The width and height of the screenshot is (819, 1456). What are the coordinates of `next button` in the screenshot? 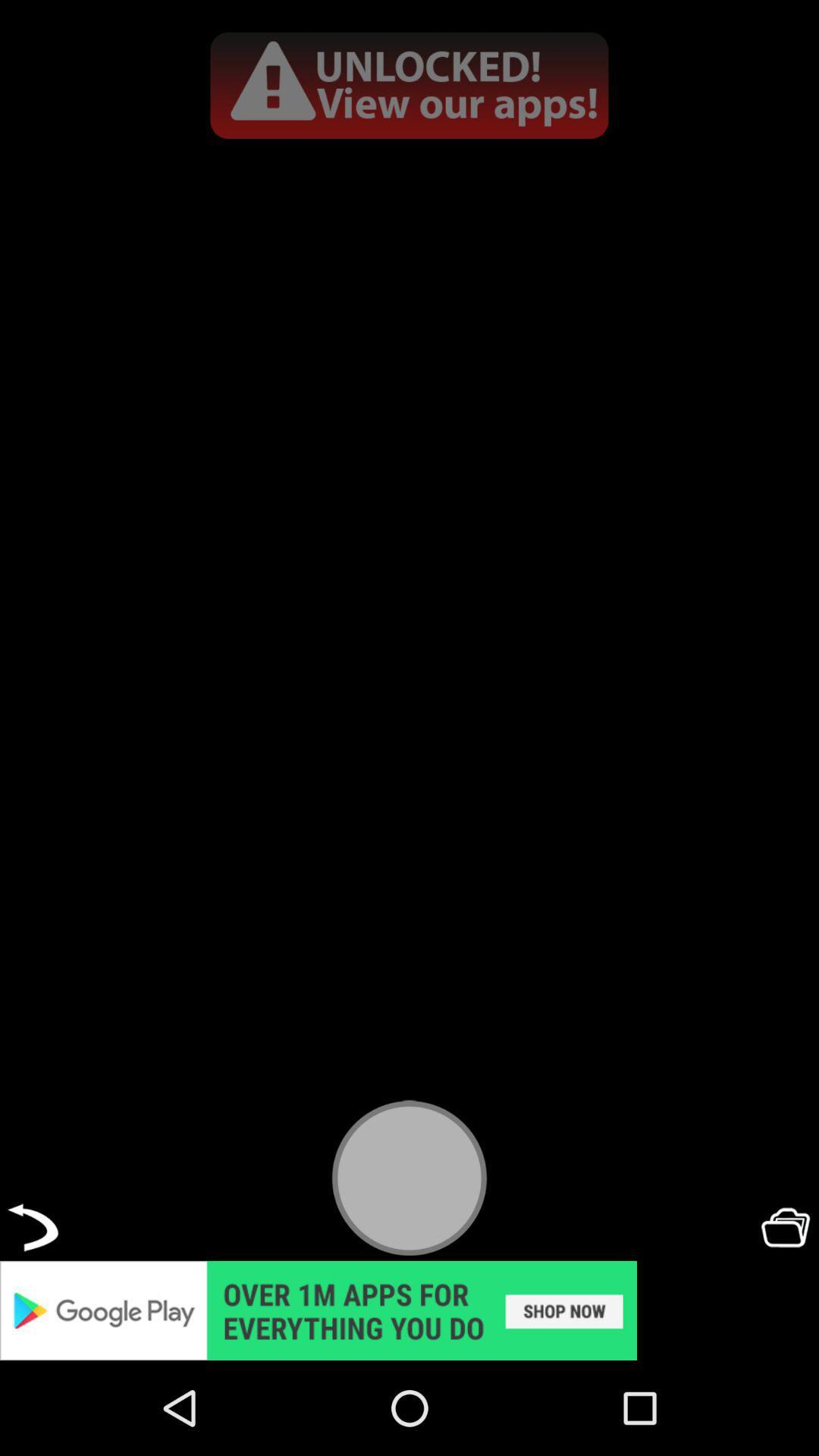 It's located at (33, 1227).